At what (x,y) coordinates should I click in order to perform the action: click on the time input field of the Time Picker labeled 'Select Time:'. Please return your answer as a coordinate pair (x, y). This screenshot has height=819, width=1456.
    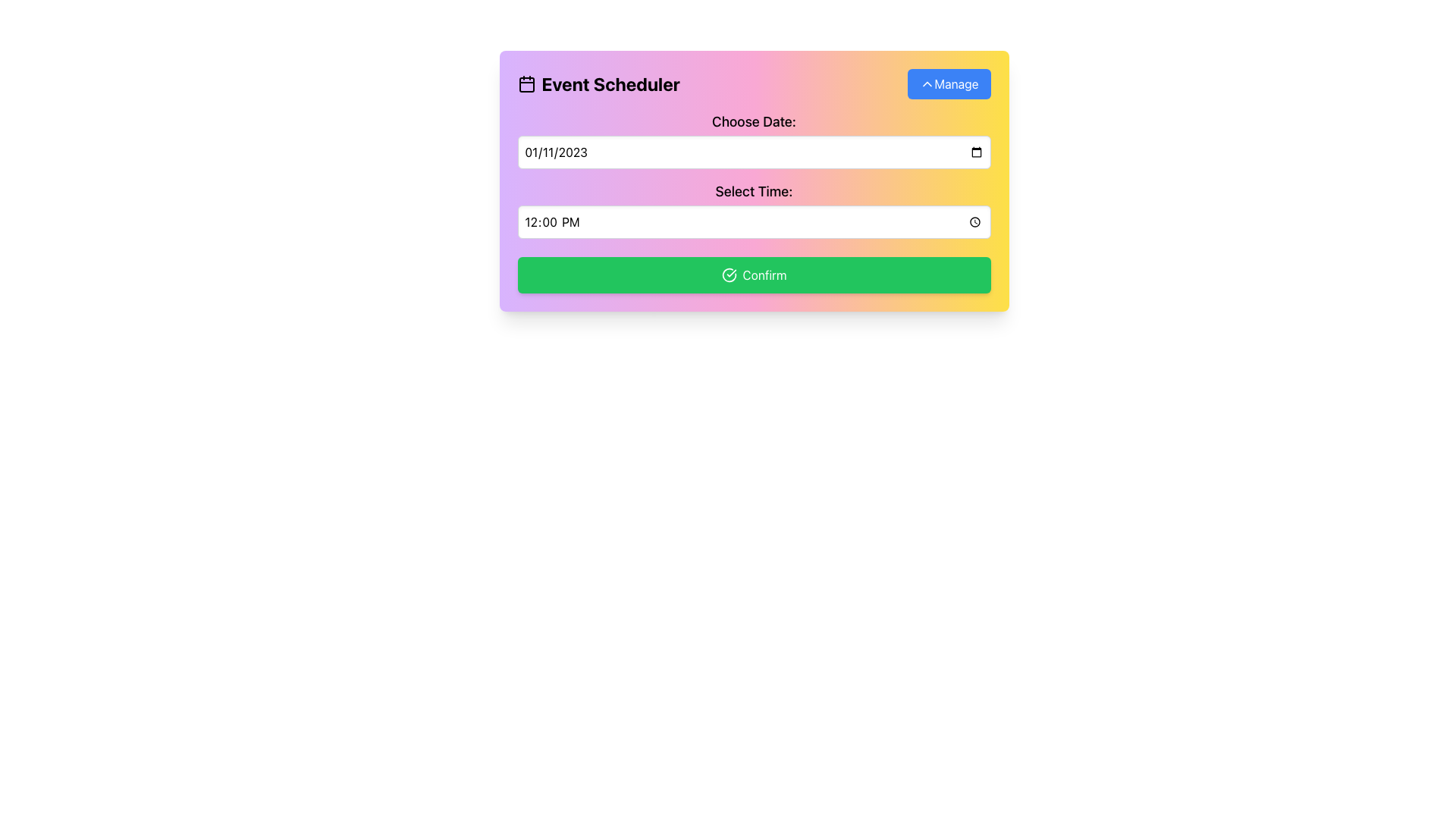
    Looking at the image, I should click on (754, 210).